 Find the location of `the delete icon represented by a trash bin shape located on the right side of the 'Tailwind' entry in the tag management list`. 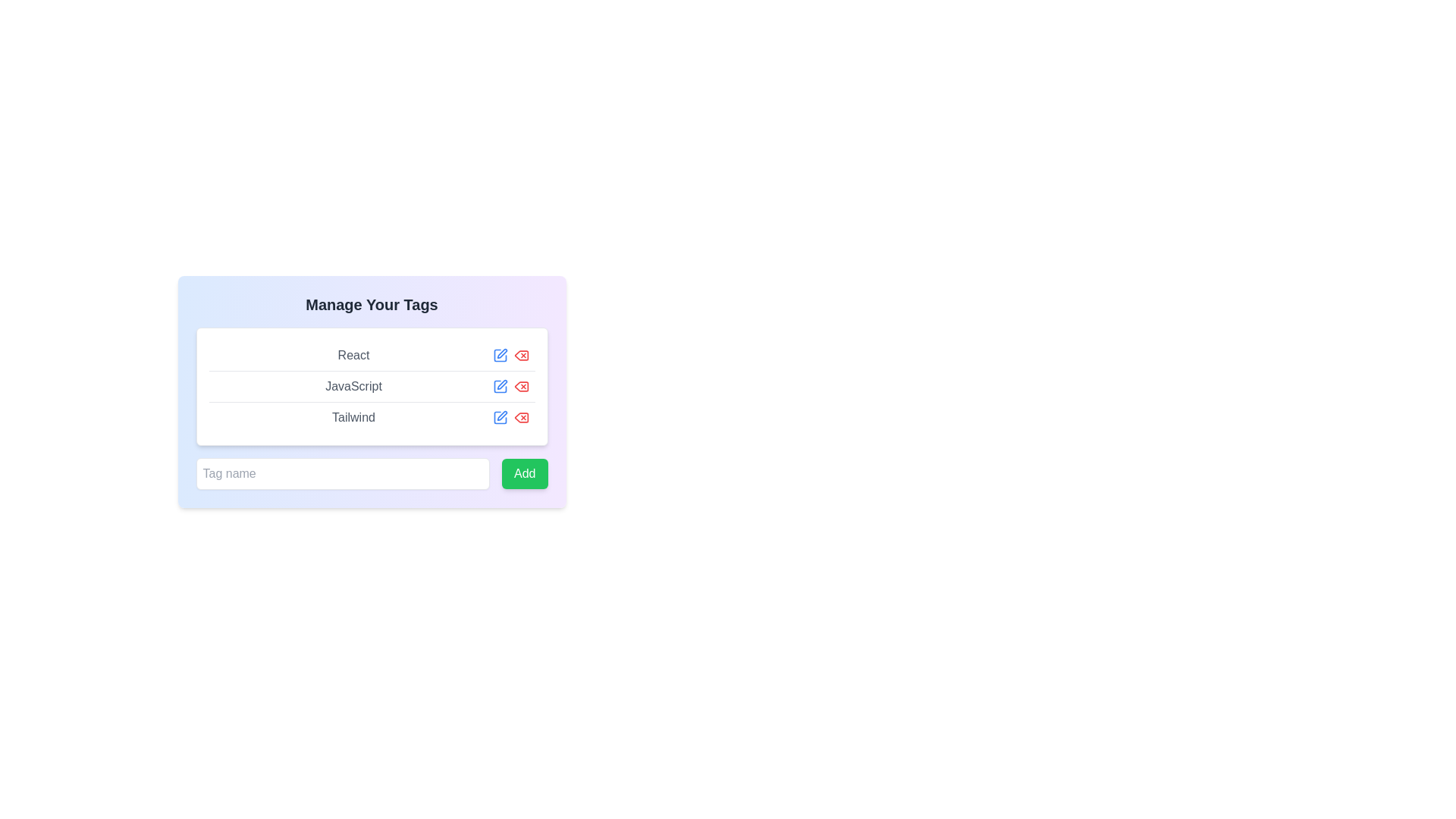

the delete icon represented by a trash bin shape located on the right side of the 'Tailwind' entry in the tag management list is located at coordinates (521, 418).